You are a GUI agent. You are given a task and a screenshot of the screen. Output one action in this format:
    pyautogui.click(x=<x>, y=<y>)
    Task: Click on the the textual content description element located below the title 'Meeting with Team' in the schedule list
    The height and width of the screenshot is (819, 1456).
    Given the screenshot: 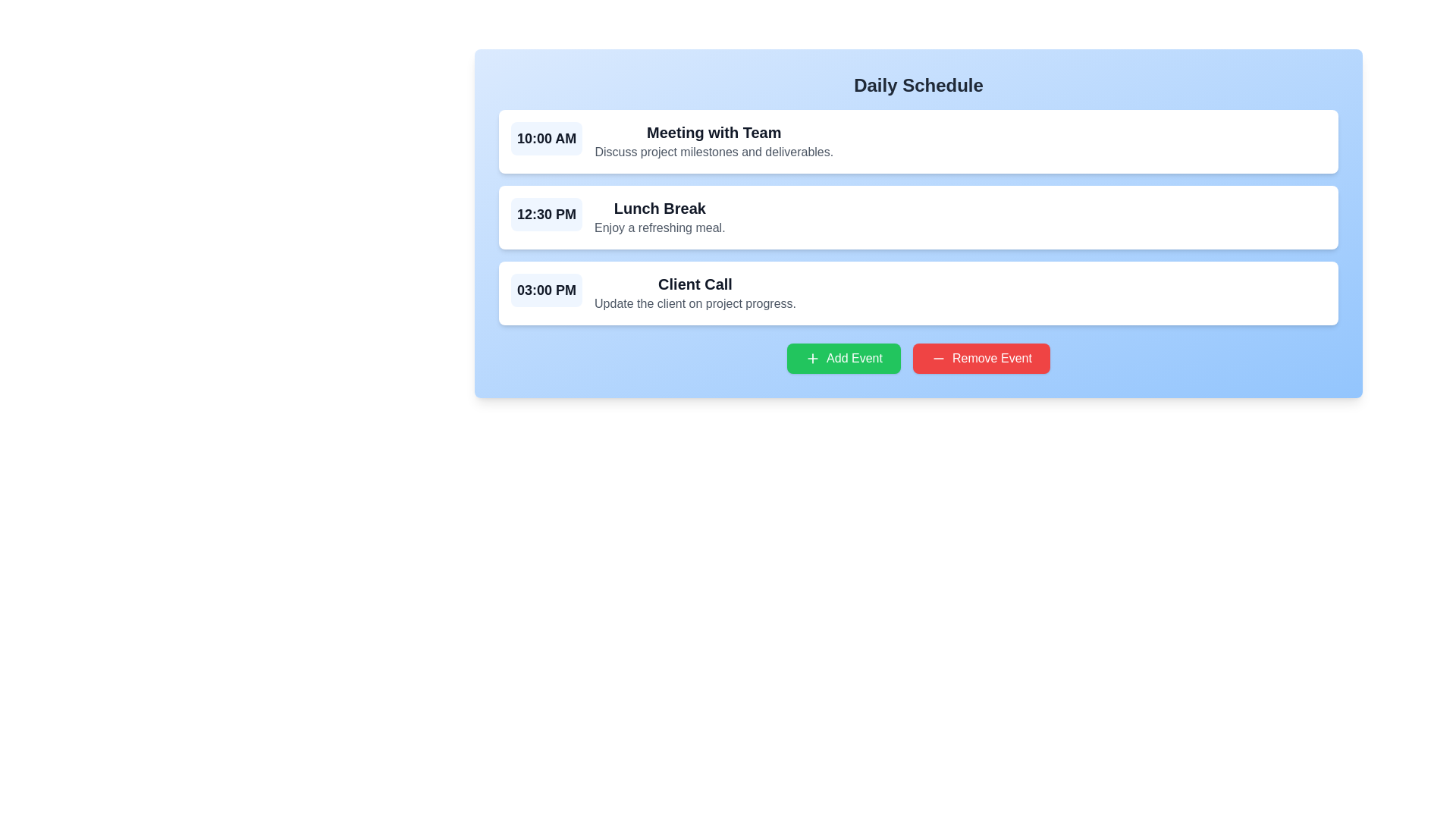 What is the action you would take?
    pyautogui.click(x=713, y=152)
    